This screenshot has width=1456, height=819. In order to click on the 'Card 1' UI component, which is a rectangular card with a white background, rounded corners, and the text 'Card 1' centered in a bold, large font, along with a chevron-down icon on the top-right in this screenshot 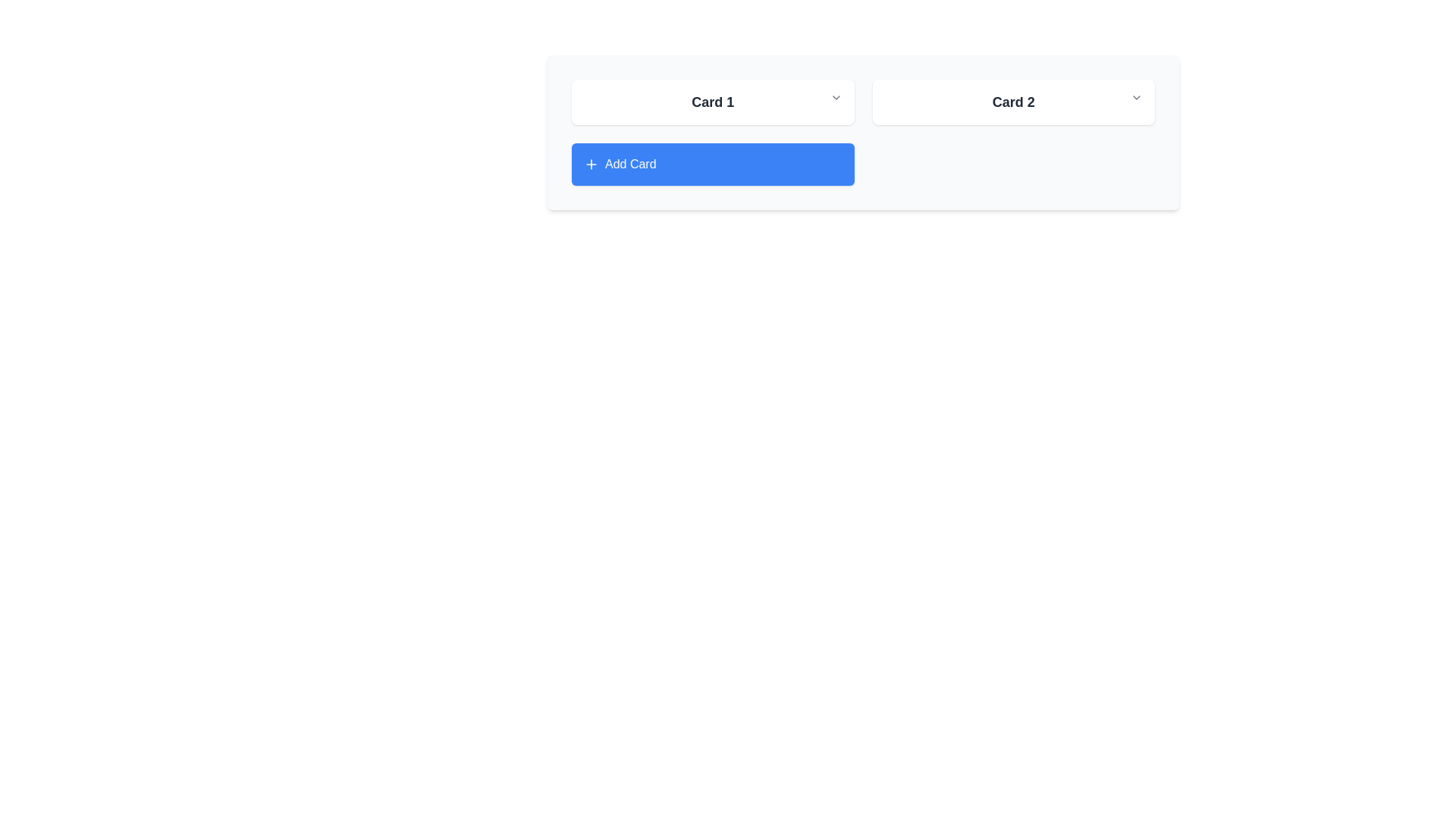, I will do `click(712, 102)`.